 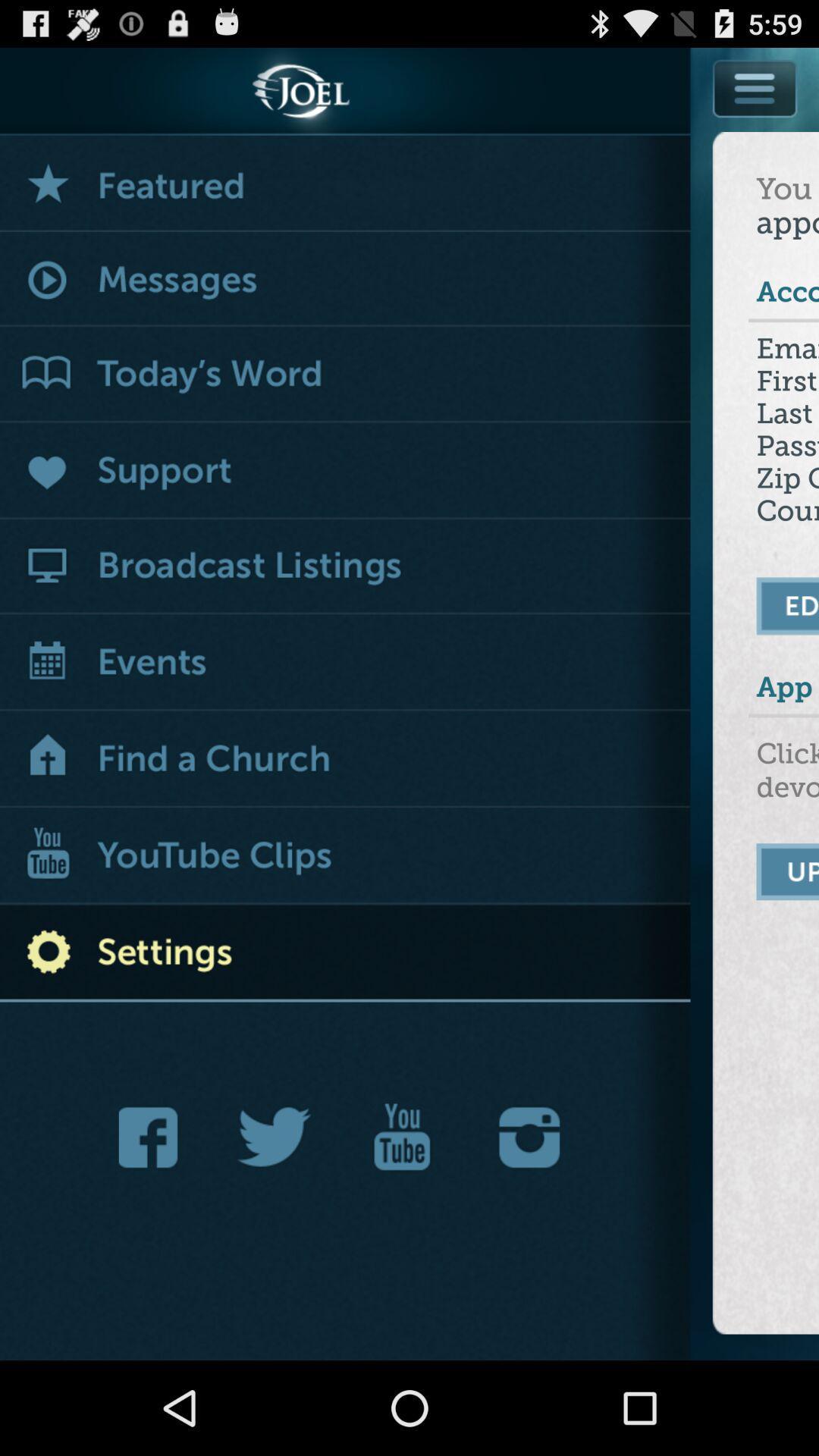 I want to click on youtube, so click(x=401, y=1137).